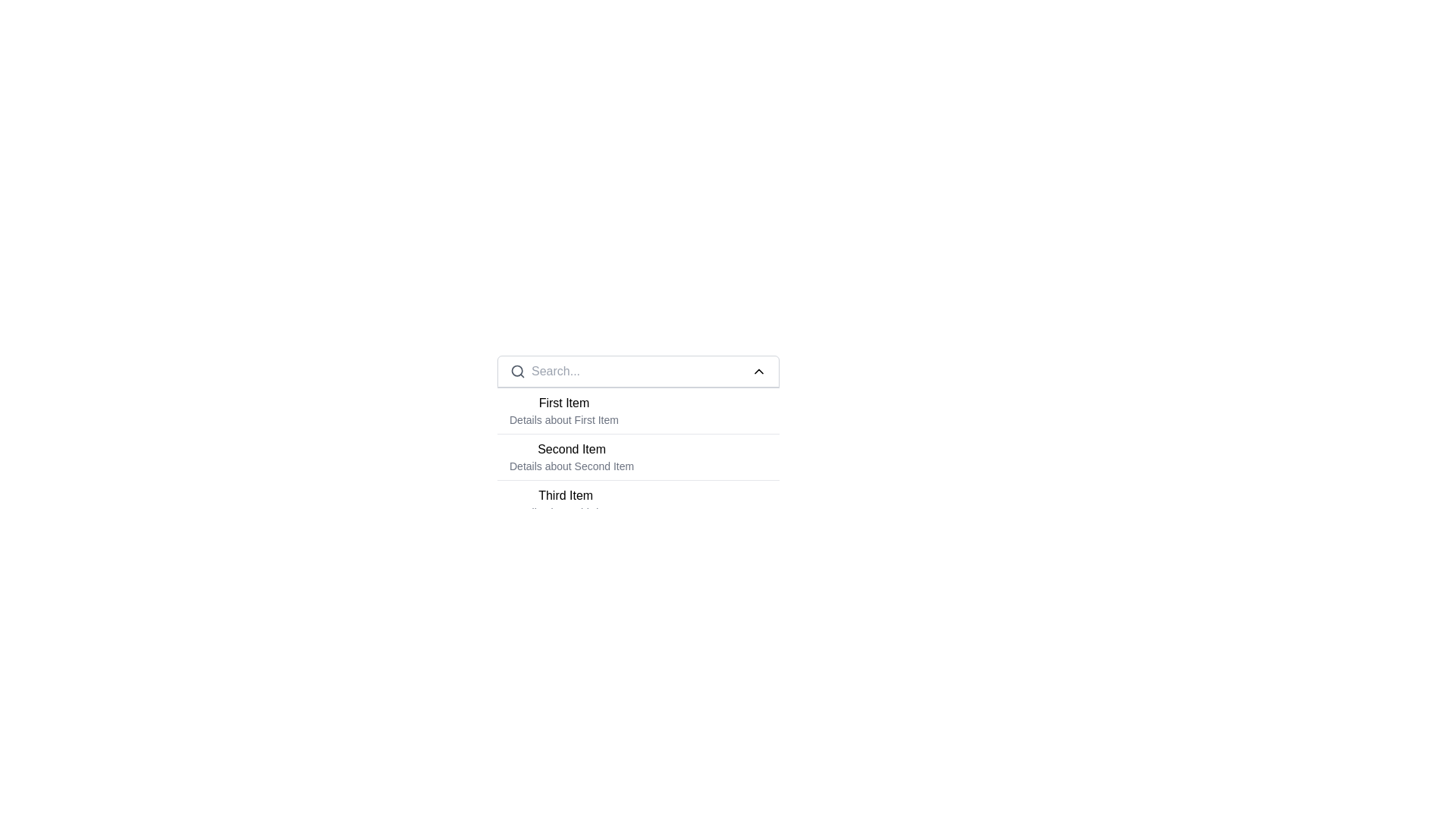 This screenshot has width=1456, height=819. Describe the element at coordinates (571, 456) in the screenshot. I see `the list item labeled 'Second Item'` at that location.